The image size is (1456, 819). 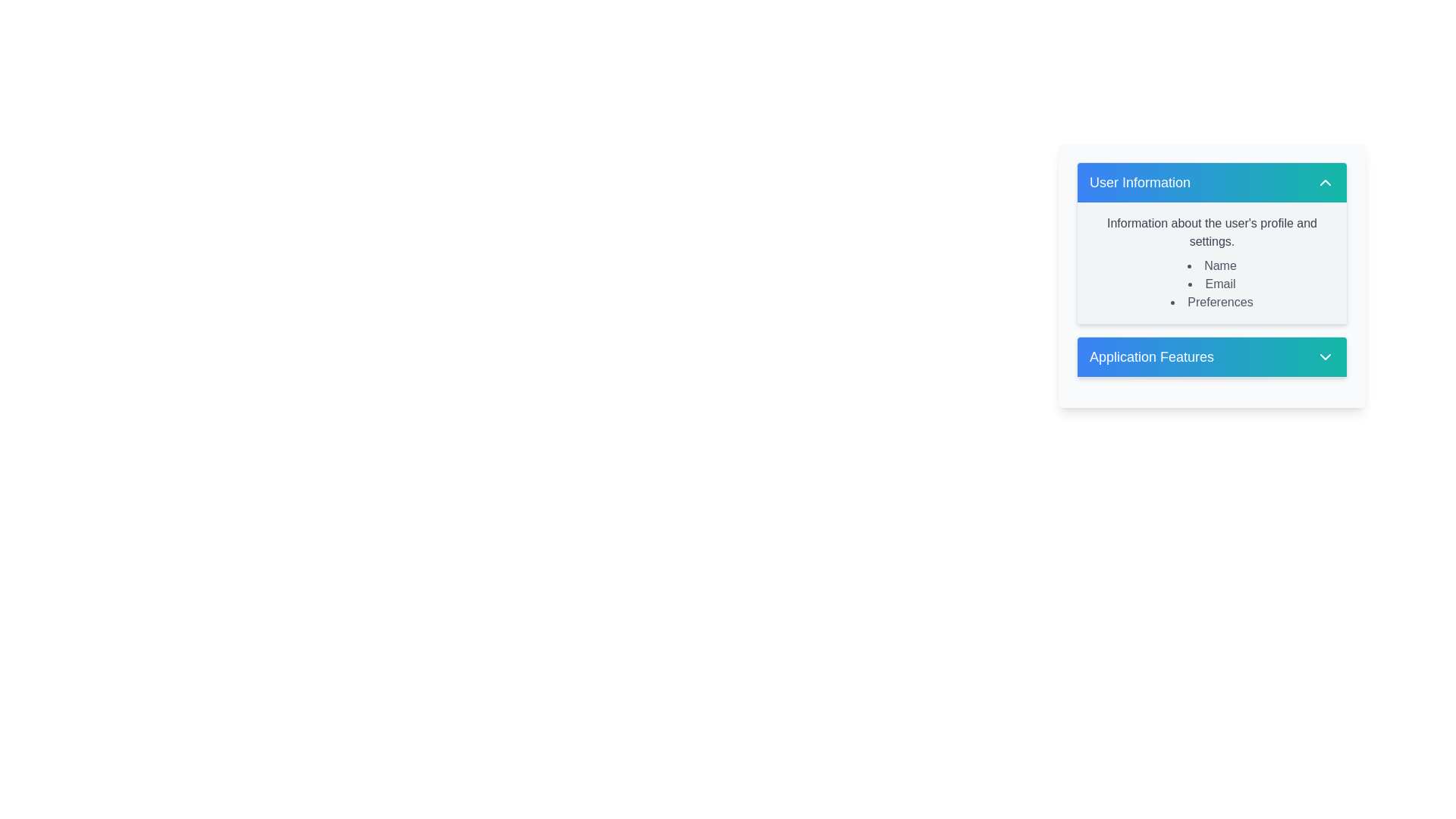 What do you see at coordinates (1152, 356) in the screenshot?
I see `the 'Application Features' label that displays white text on a blue to teal gradient background by moving the cursor to its center point` at bounding box center [1152, 356].